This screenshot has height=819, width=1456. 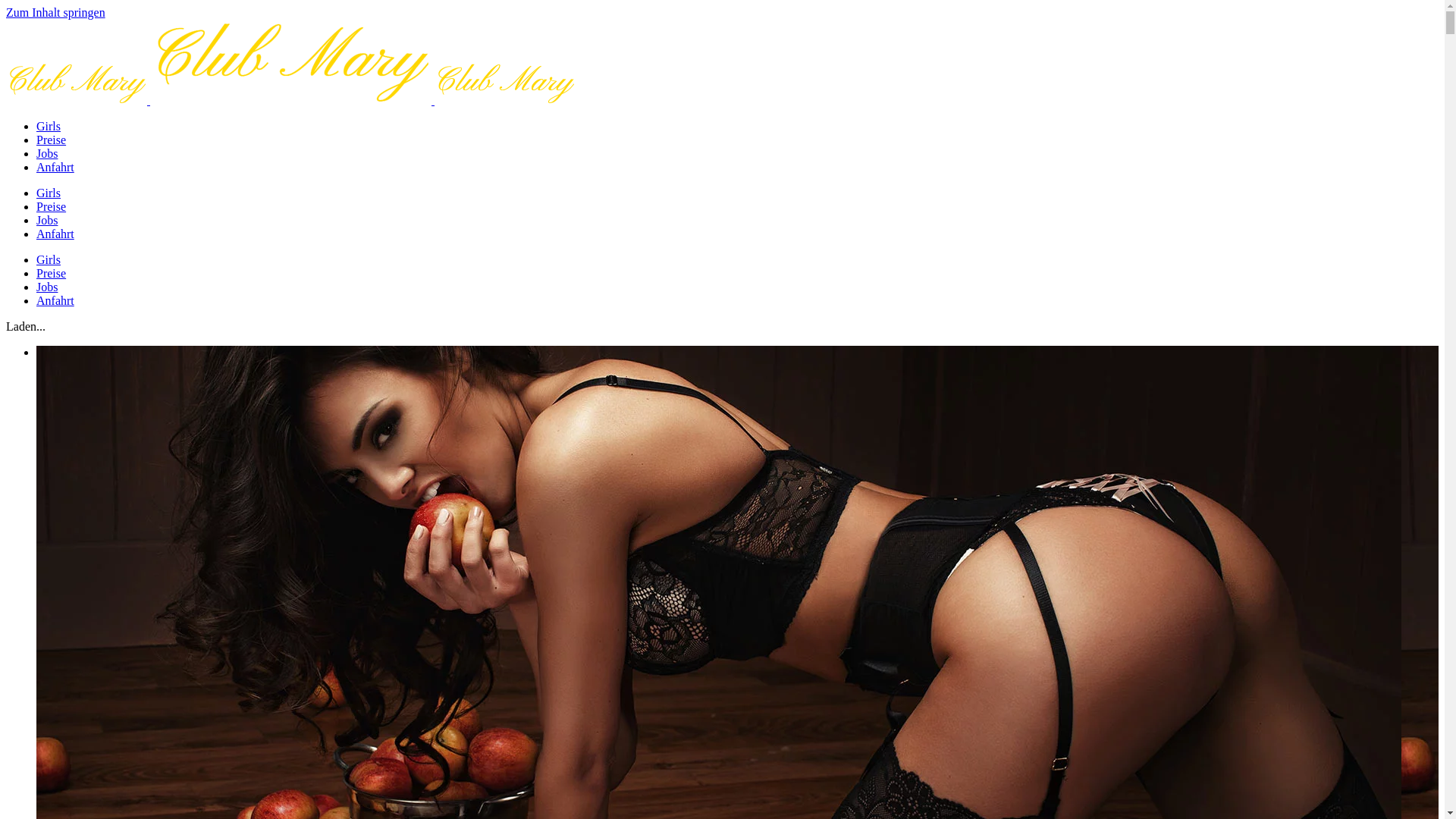 What do you see at coordinates (48, 192) in the screenshot?
I see `'Girls'` at bounding box center [48, 192].